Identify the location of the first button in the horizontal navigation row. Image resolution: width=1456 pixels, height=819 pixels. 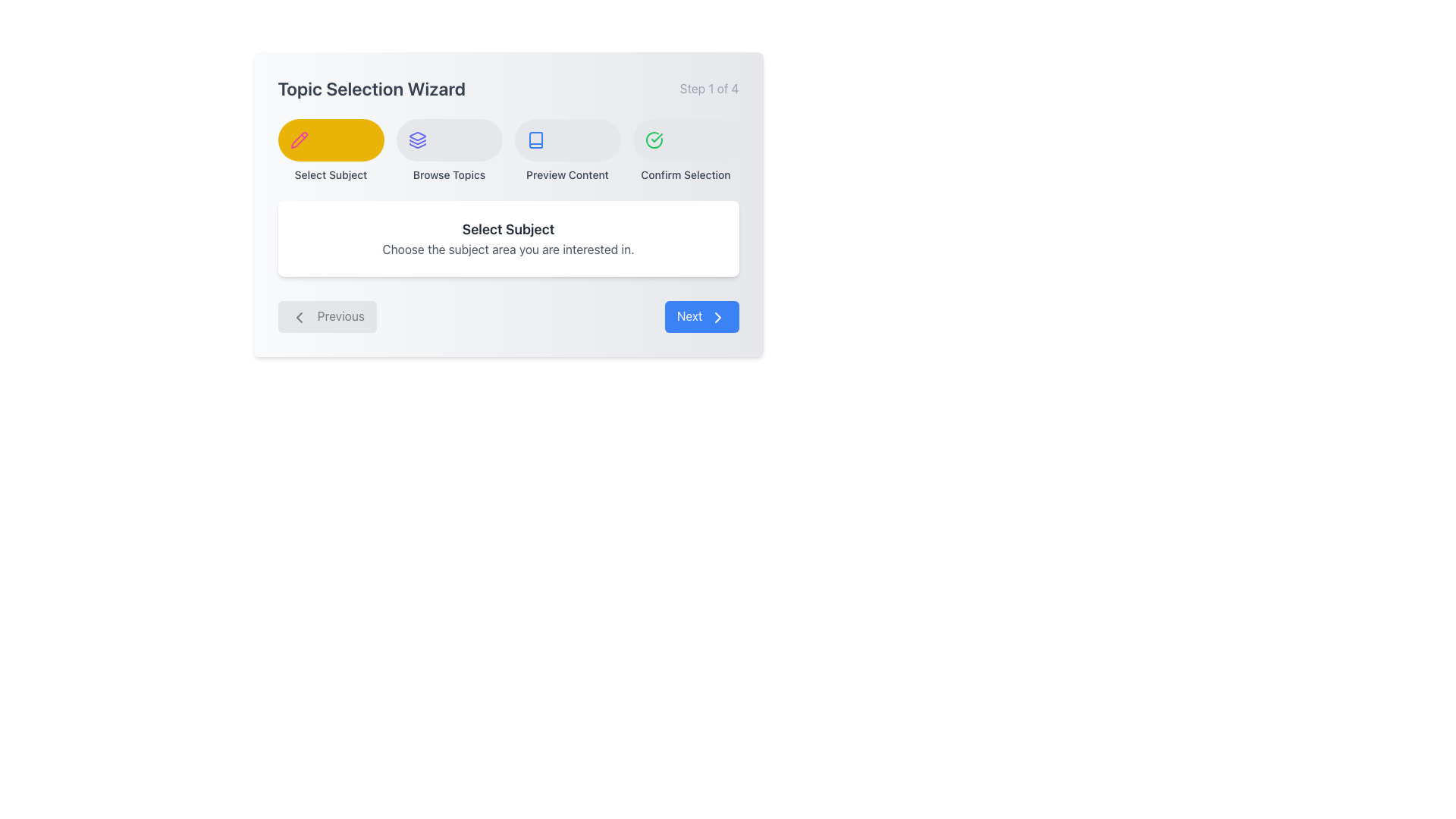
(330, 151).